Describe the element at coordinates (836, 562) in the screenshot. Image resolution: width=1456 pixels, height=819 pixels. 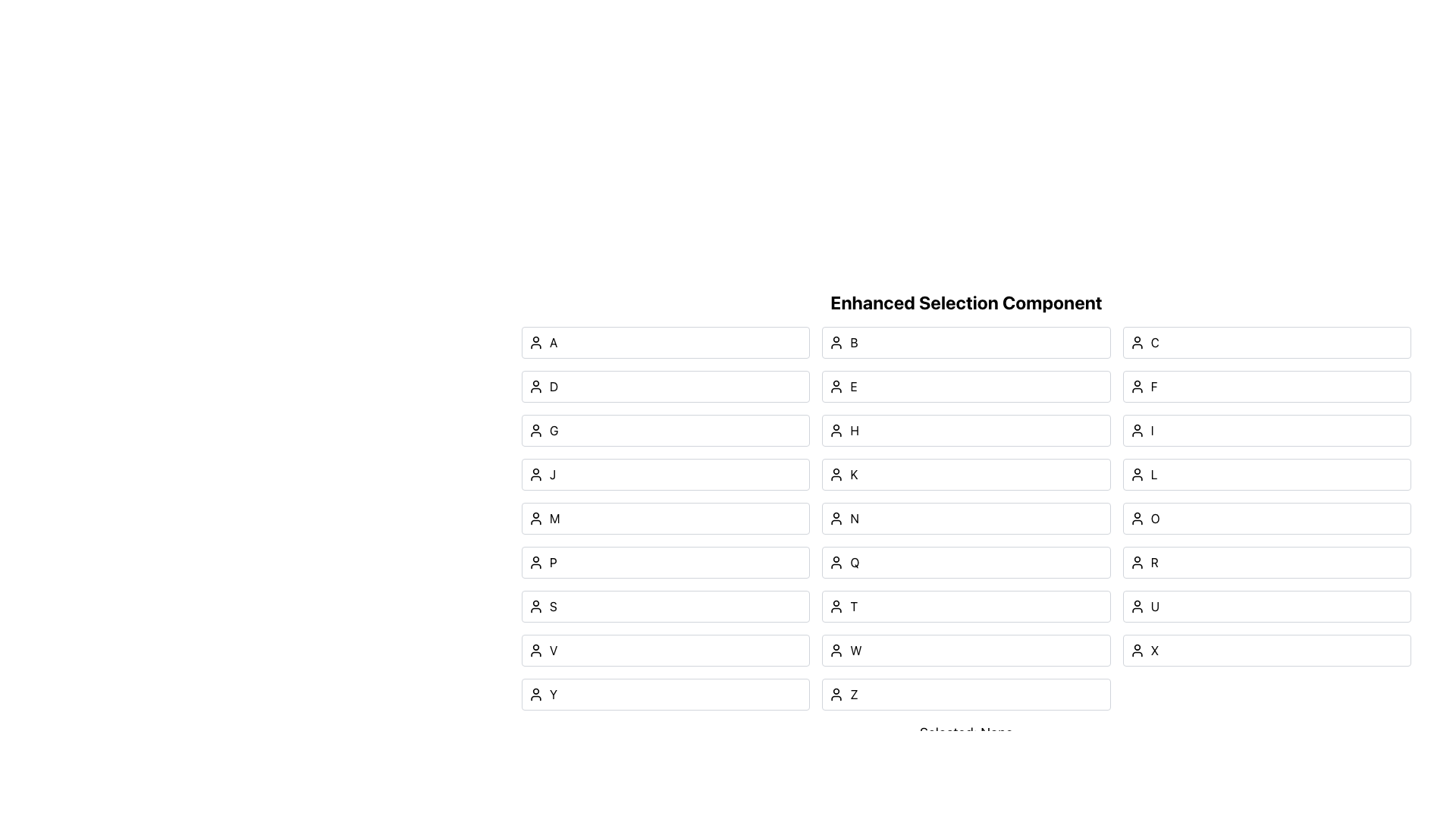
I see `the decorative user icon located to the left of the letter 'Q' inside the button in the fifth row and third column of the button grid` at that location.